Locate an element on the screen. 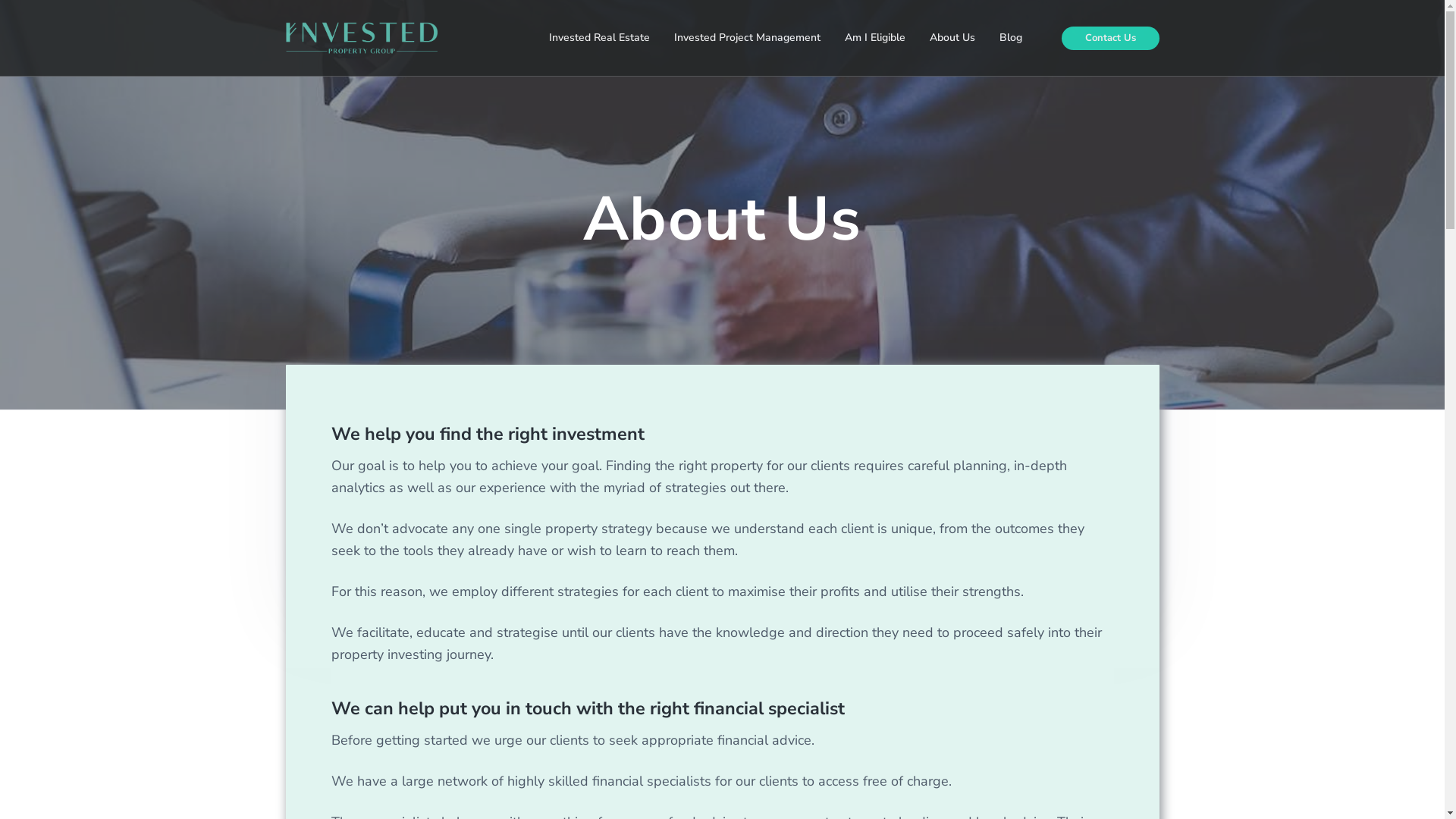 Image resolution: width=1456 pixels, height=819 pixels. 'Skip to primary navigation' is located at coordinates (0, 0).